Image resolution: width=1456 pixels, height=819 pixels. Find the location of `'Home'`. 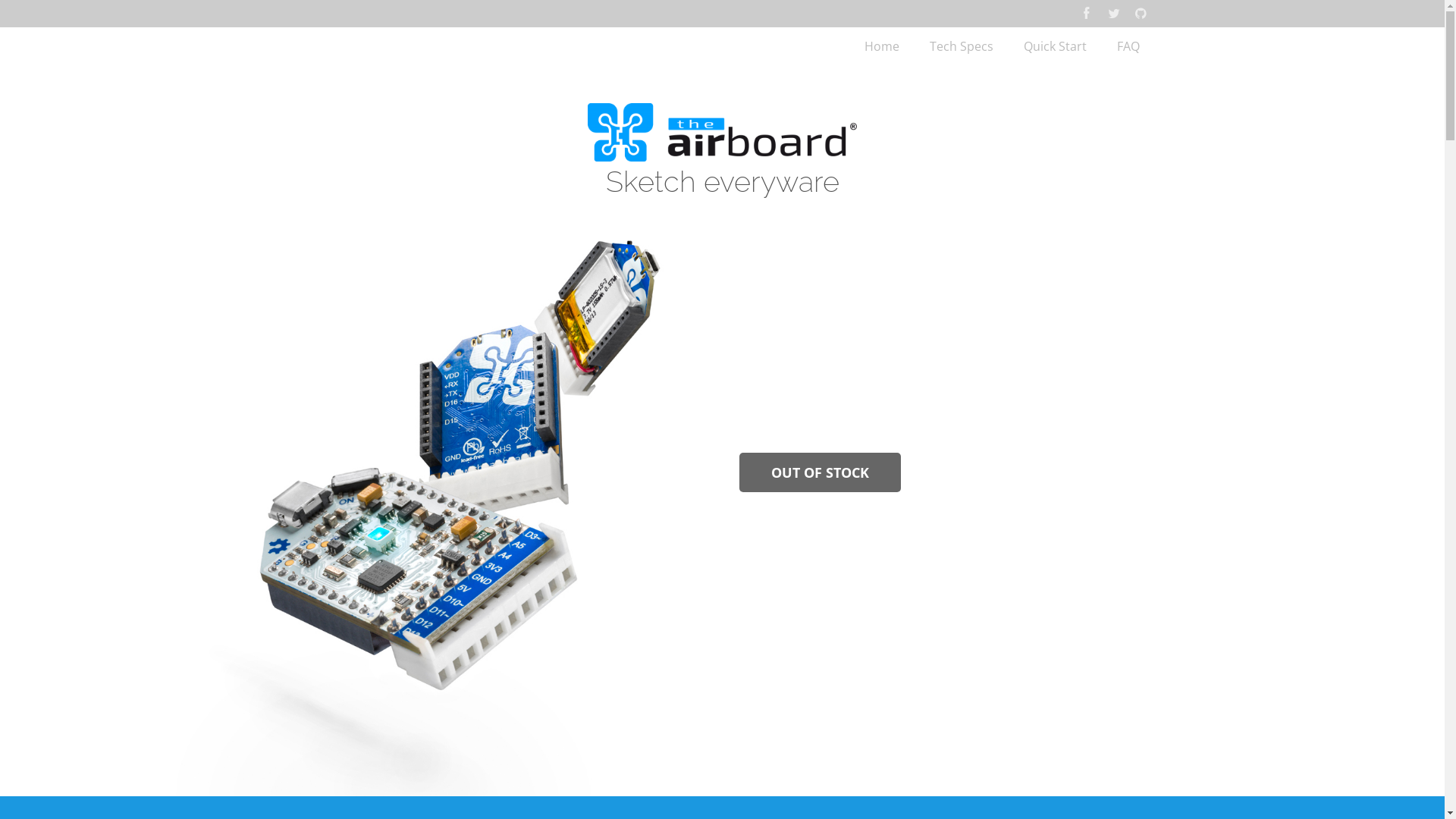

'Home' is located at coordinates (848, 45).